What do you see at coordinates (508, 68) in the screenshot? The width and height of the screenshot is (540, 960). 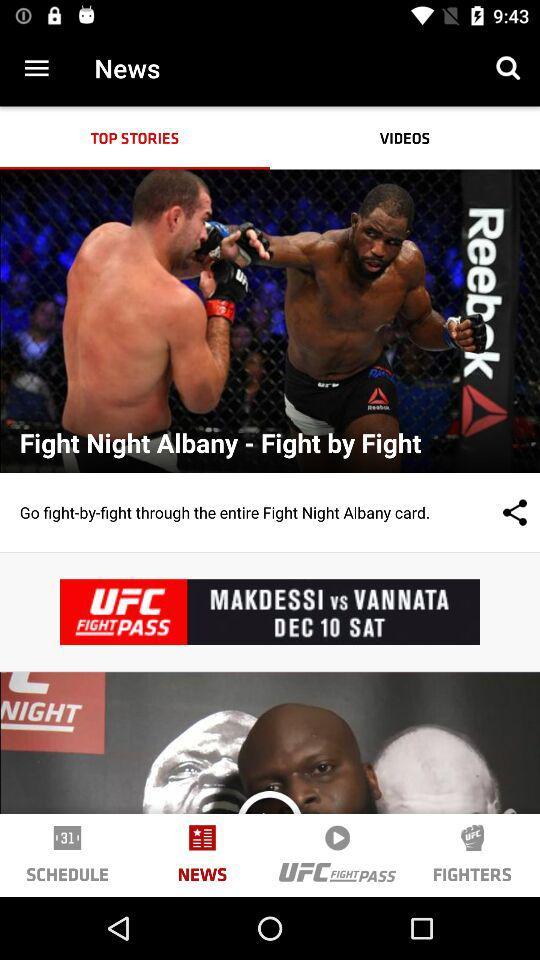 I see `icon next to news icon` at bounding box center [508, 68].